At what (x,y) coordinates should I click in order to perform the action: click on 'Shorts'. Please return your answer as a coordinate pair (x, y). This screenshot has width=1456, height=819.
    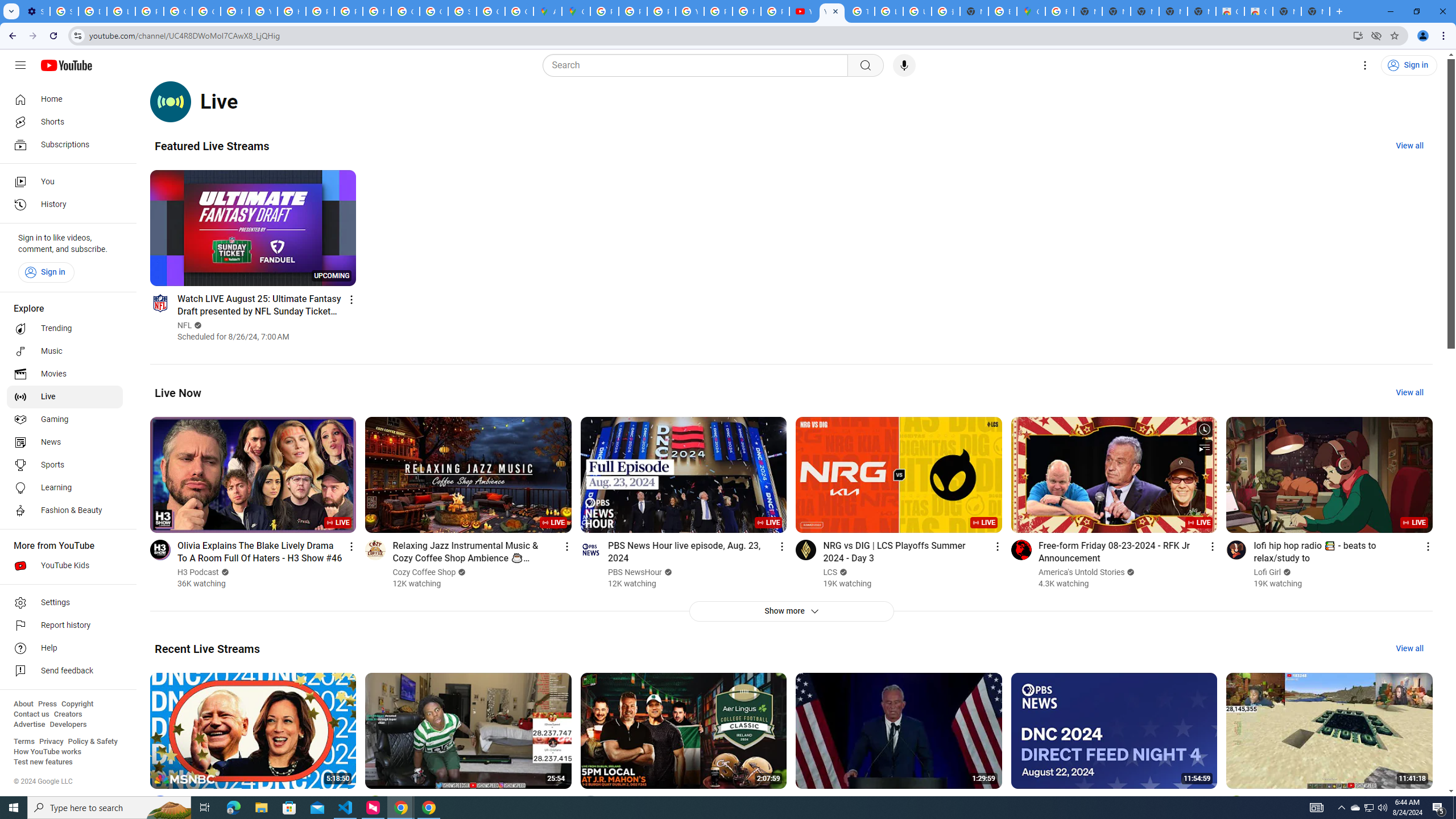
    Looking at the image, I should click on (64, 122).